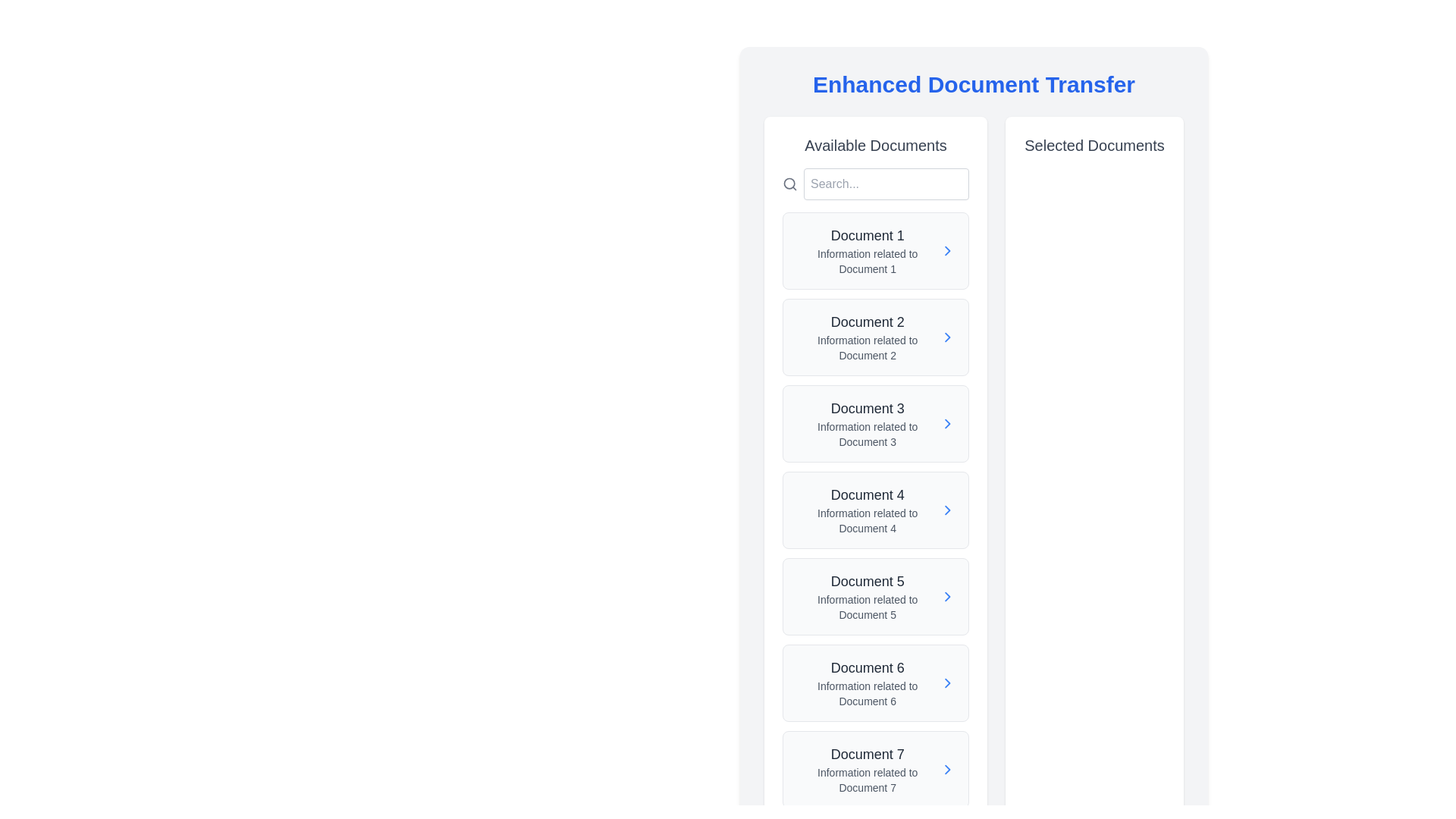  Describe the element at coordinates (868, 435) in the screenshot. I see `the text label displaying 'Information related to Document 3', which is styled in gray and positioned below the header 'Document 3' in the 'Available Documents' area` at that location.